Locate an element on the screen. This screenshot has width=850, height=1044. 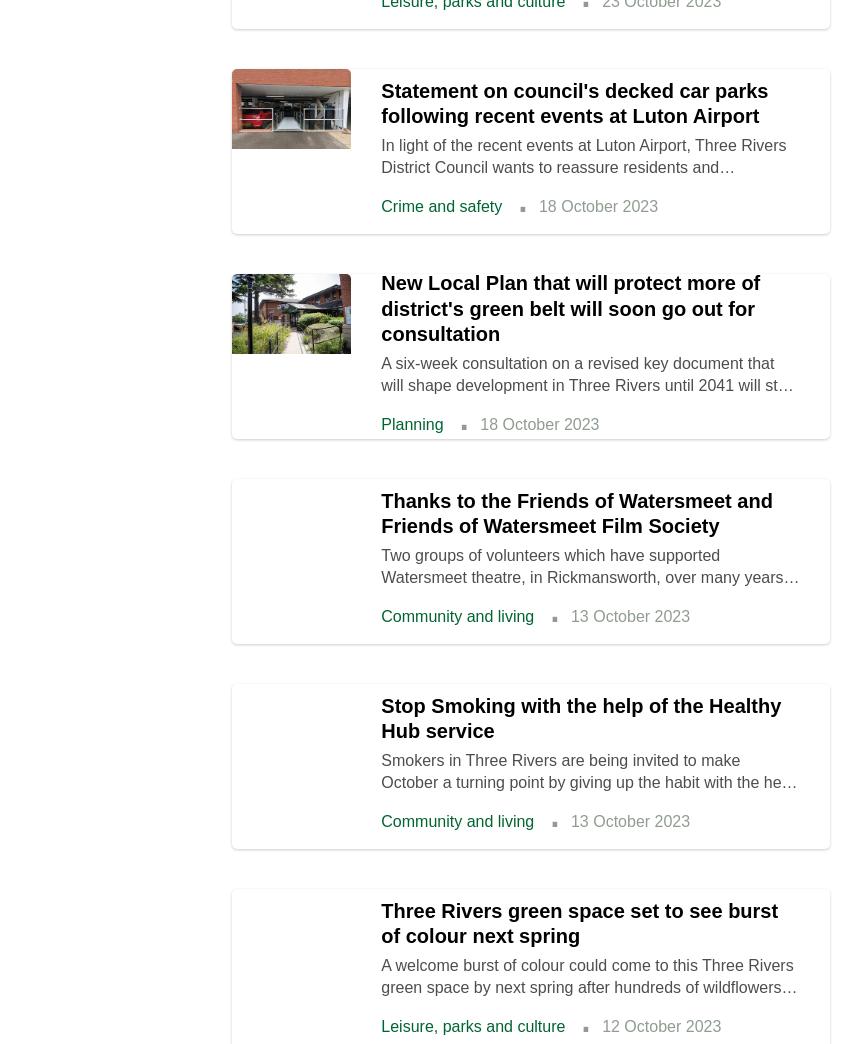
'Stop Smoking with the help of the Healthy Hub service' is located at coordinates (580, 716).